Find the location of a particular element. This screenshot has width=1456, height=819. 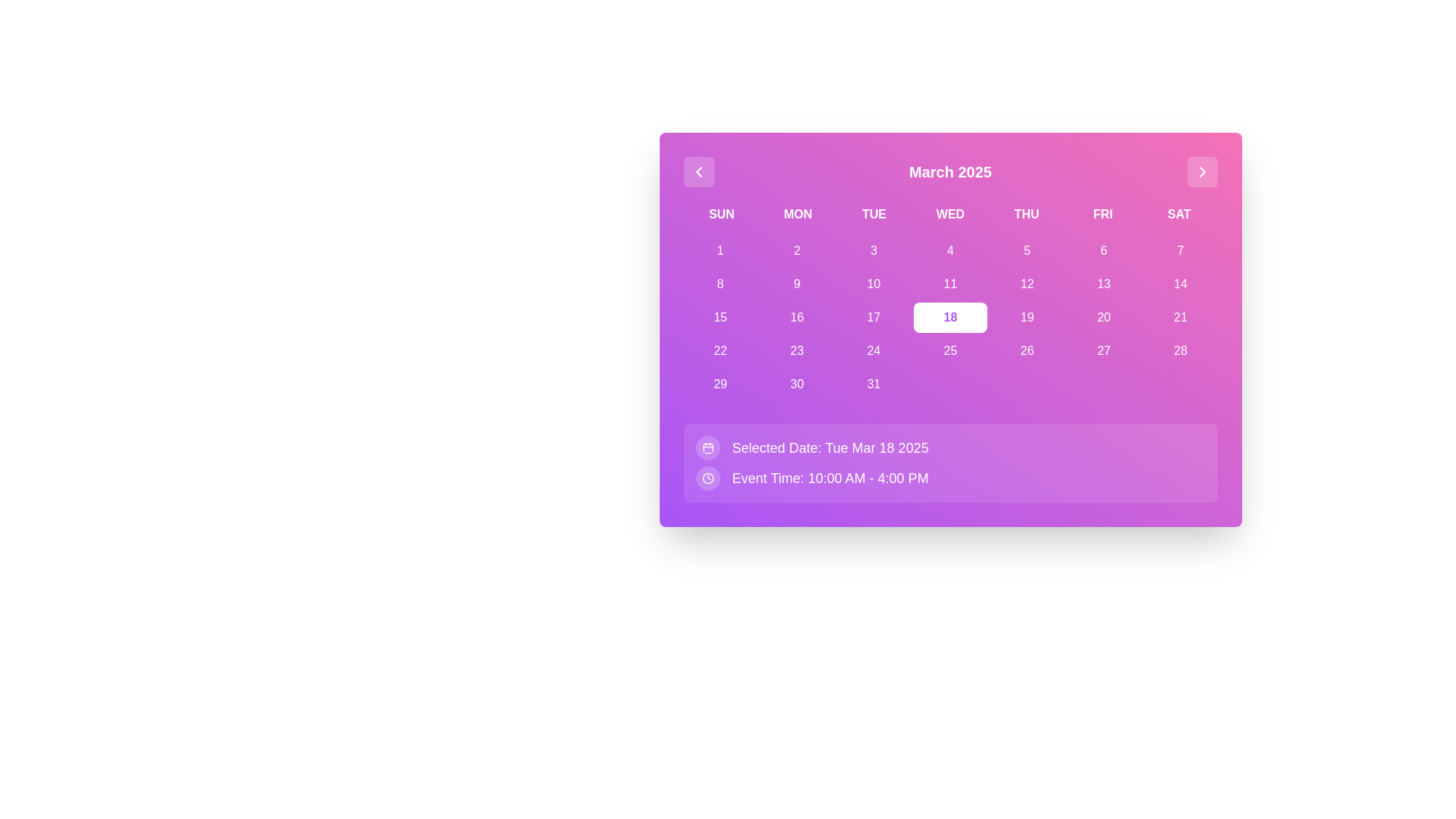

the clickable calendar button for the date '10' located in the second row and third column to trigger a highlighting effect is located at coordinates (874, 284).